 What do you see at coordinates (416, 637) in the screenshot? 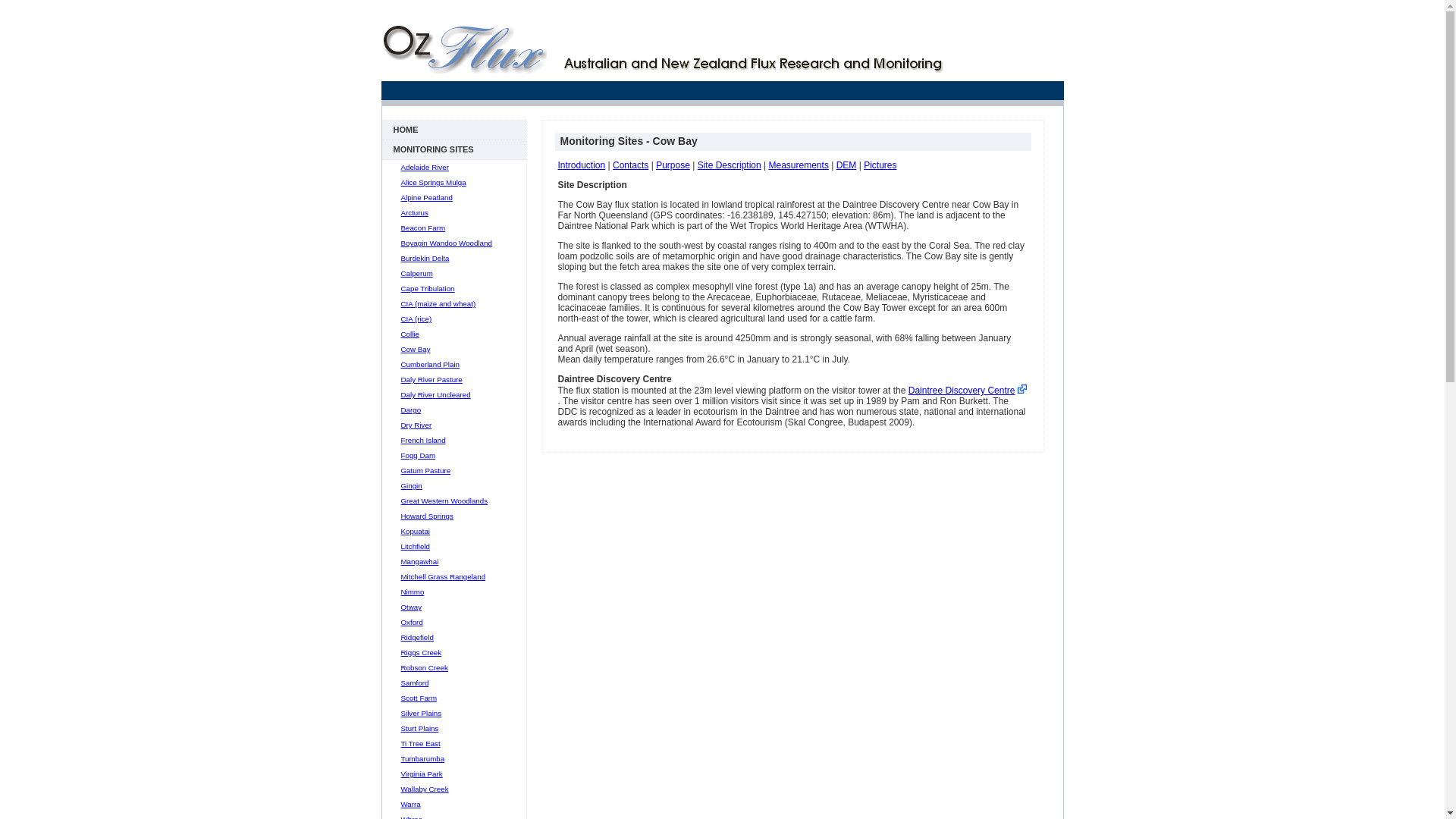
I see `'Ridgefield'` at bounding box center [416, 637].